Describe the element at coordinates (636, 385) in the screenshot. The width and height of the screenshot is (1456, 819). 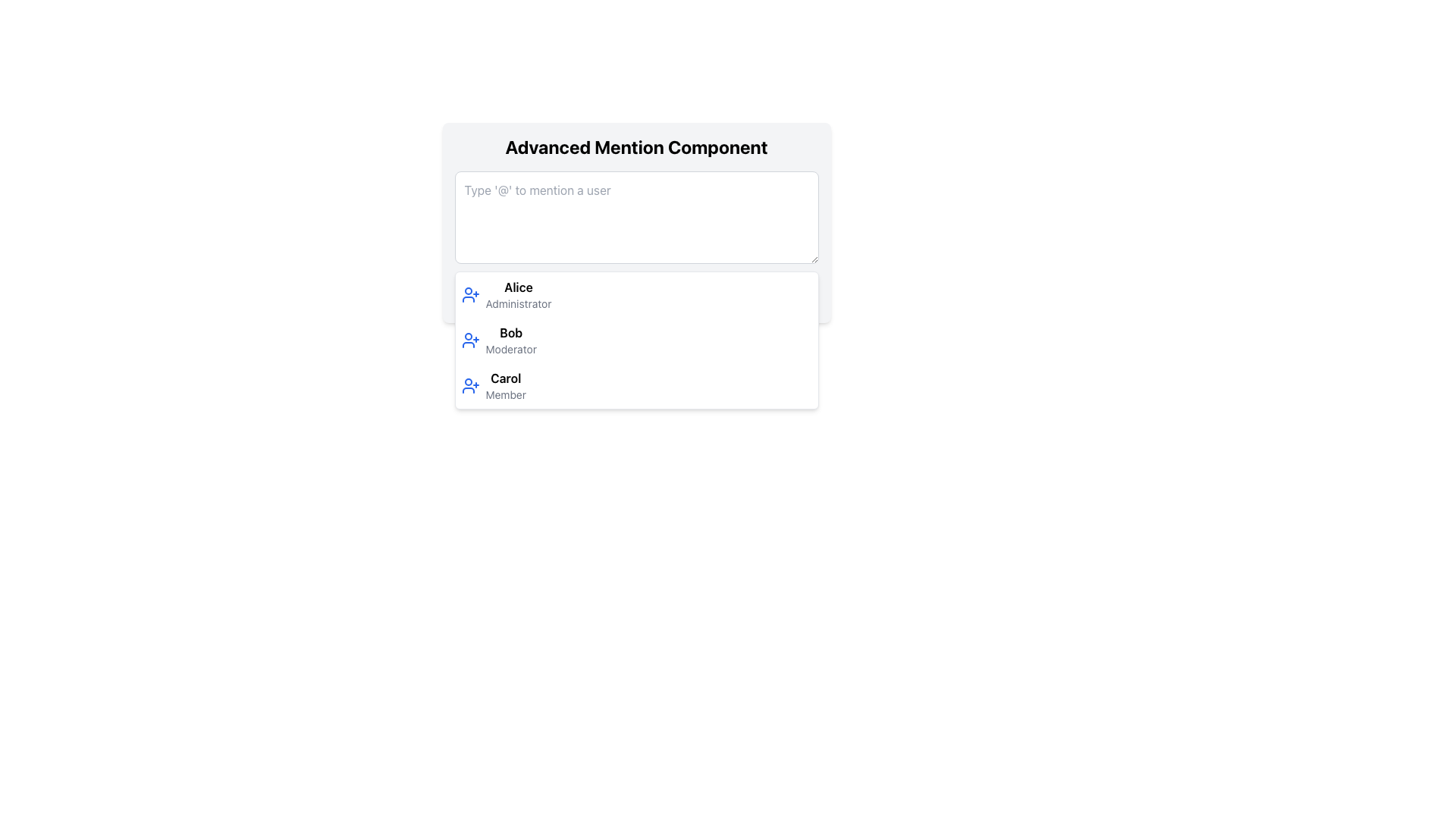
I see `the third list item in the mention dropdown` at that location.